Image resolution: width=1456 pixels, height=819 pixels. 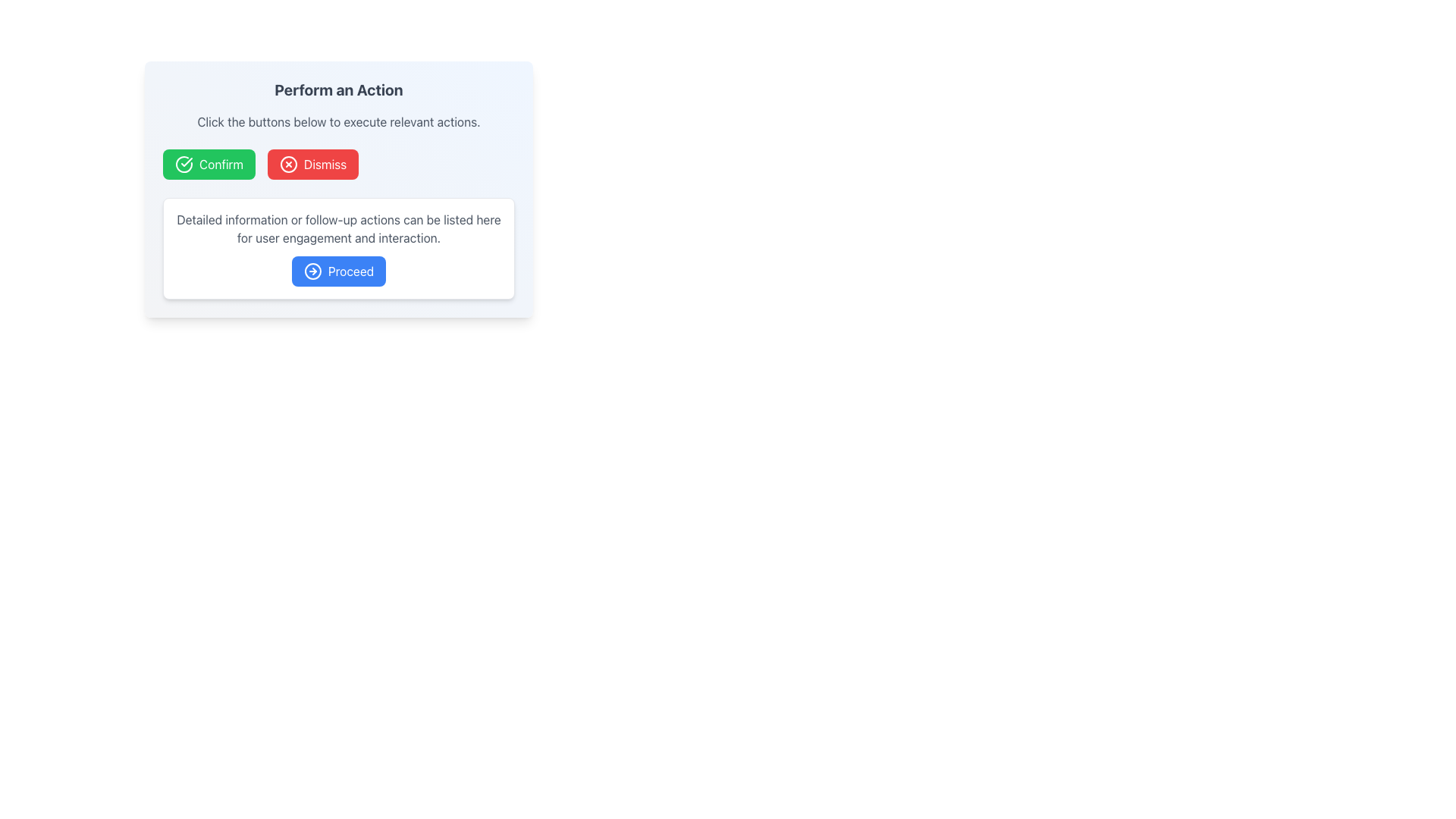 I want to click on the green 'Confirm' button with a white checkmark icon and the text 'Confirm', so click(x=208, y=164).